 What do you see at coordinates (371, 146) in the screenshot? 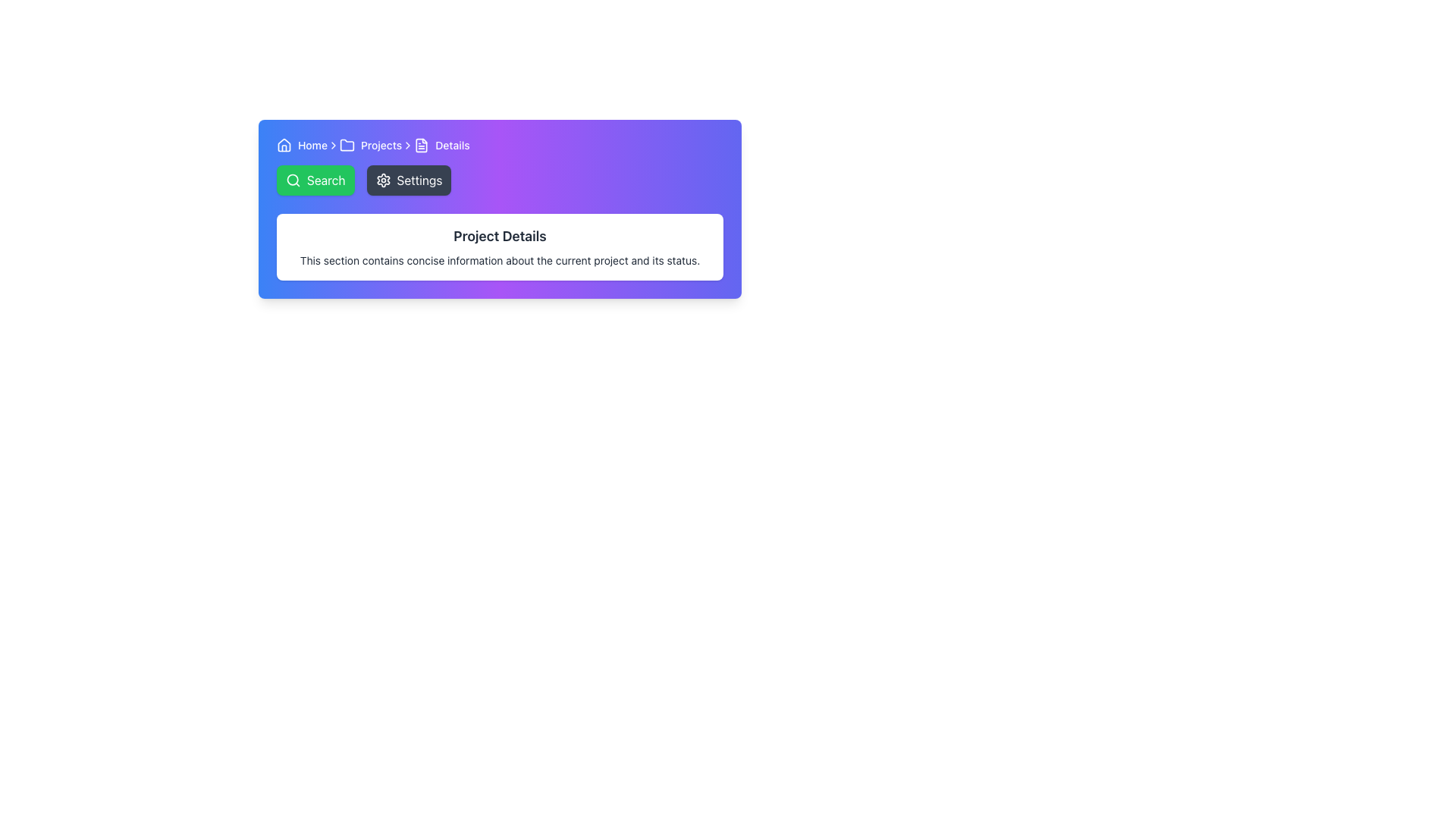
I see `the 'Projects' breadcrumb navigation item` at bounding box center [371, 146].